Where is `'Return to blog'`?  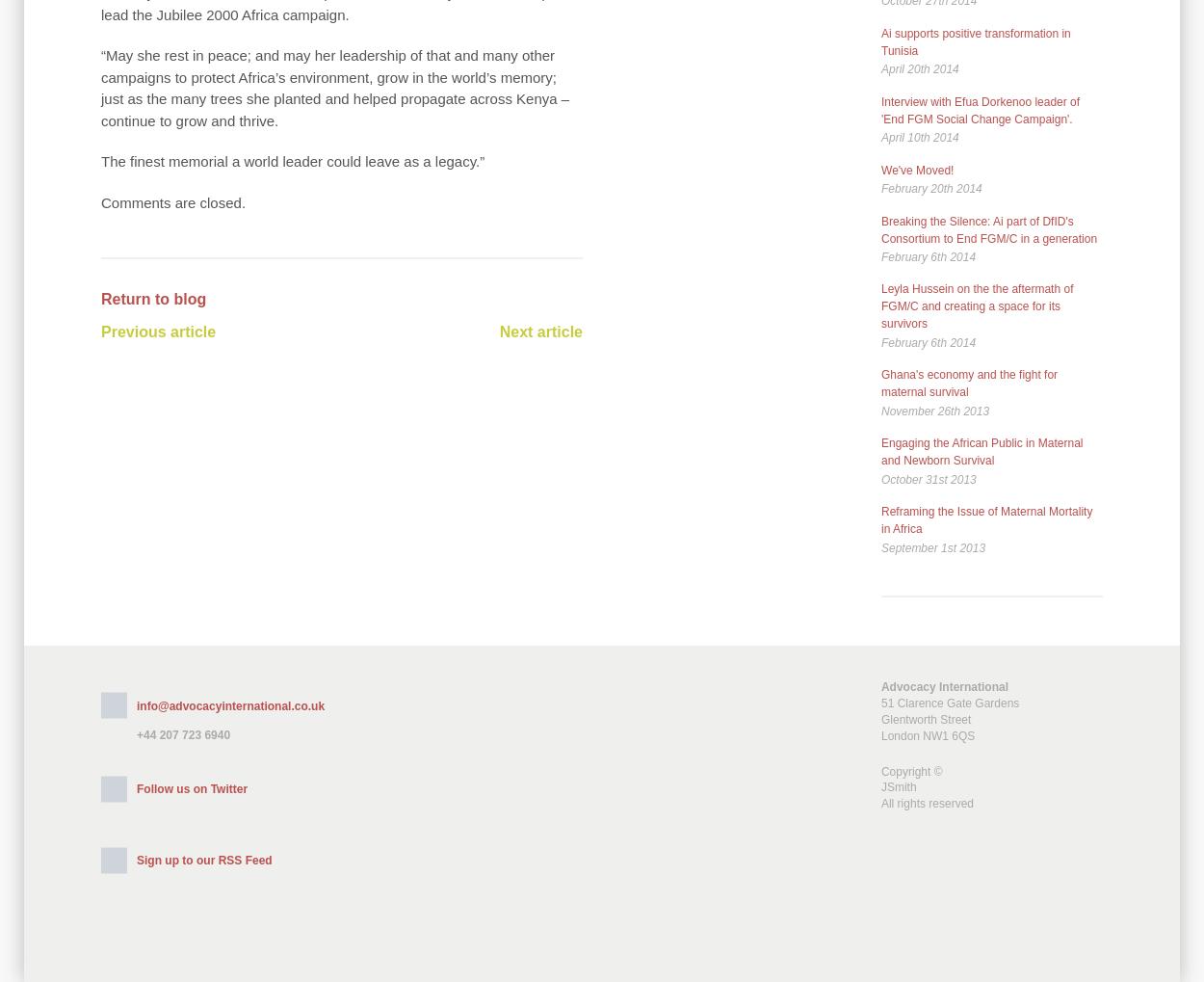 'Return to blog' is located at coordinates (153, 298).